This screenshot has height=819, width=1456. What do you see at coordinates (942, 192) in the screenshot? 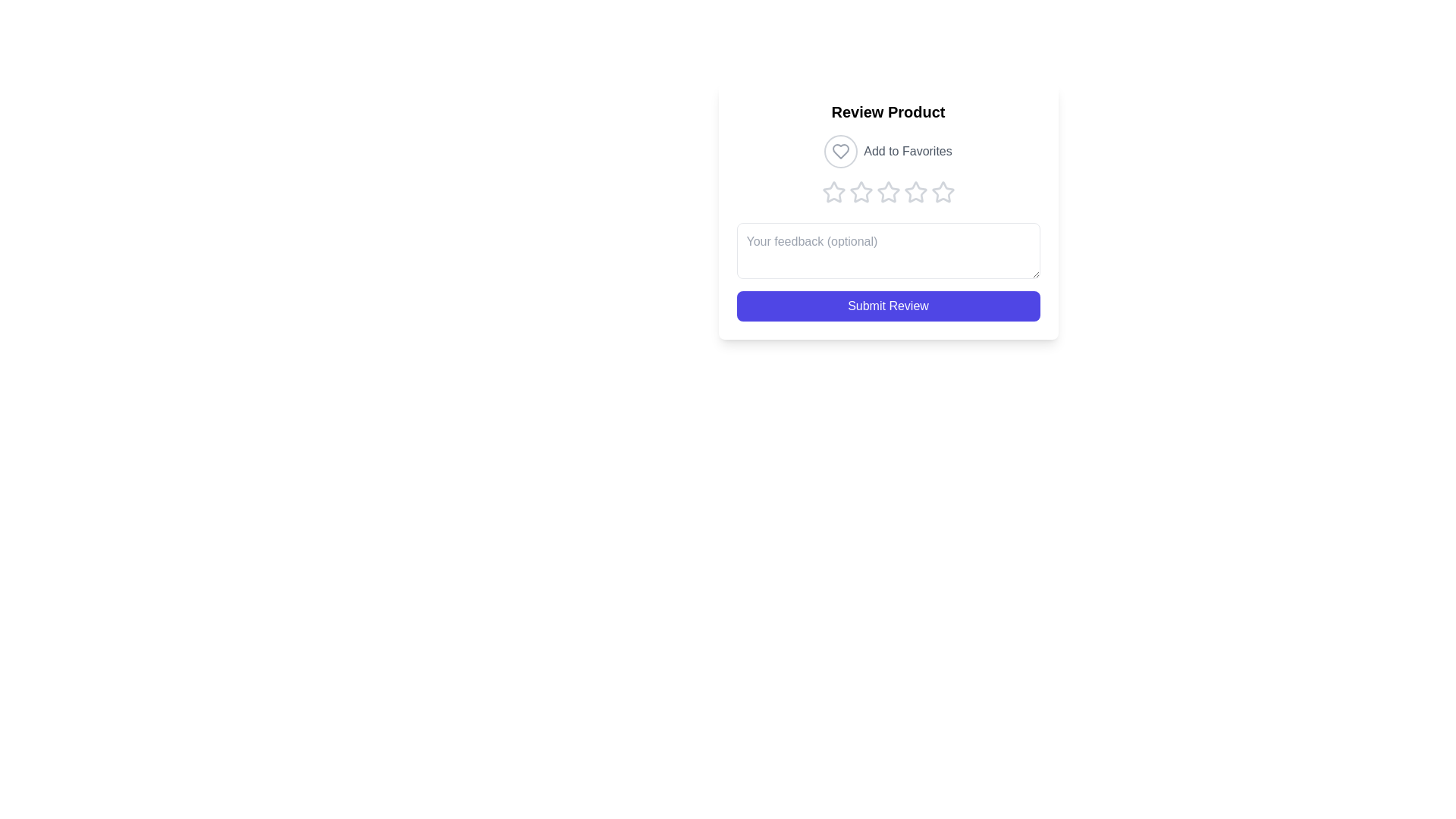
I see `the fifth star icon in the rating widget to give a rating` at bounding box center [942, 192].